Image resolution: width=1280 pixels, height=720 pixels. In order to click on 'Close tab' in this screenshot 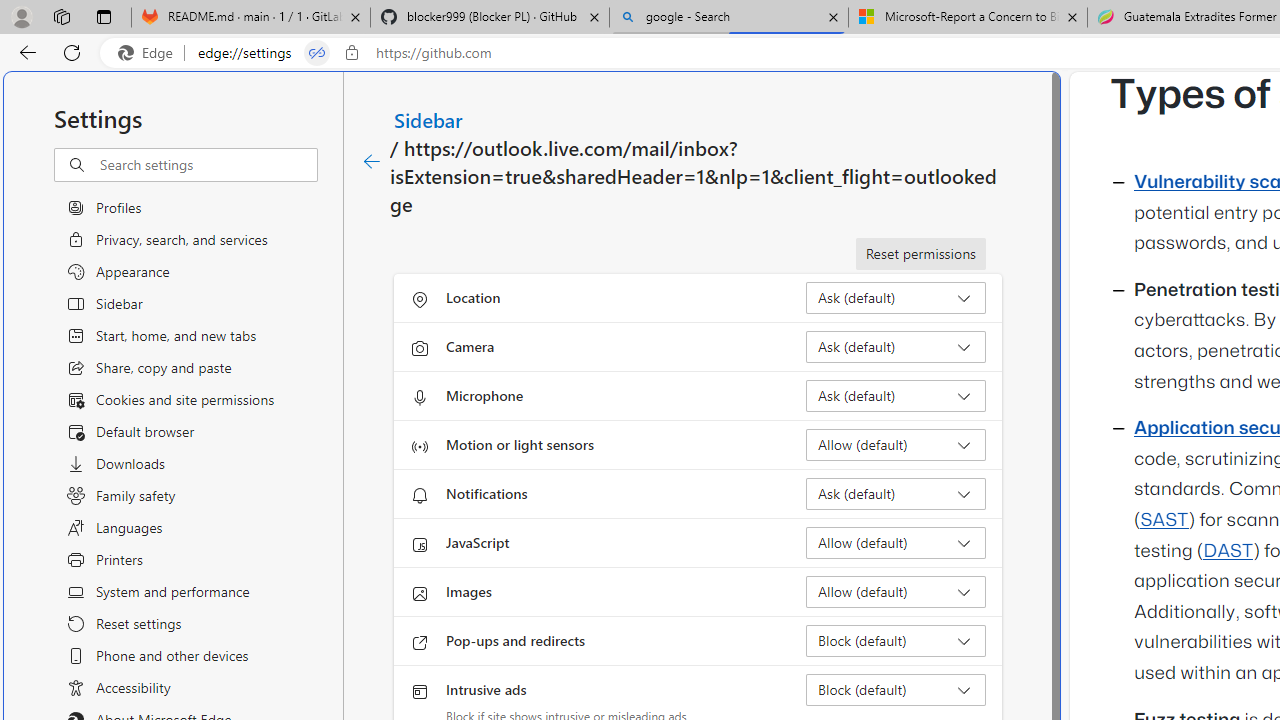, I will do `click(1071, 17)`.